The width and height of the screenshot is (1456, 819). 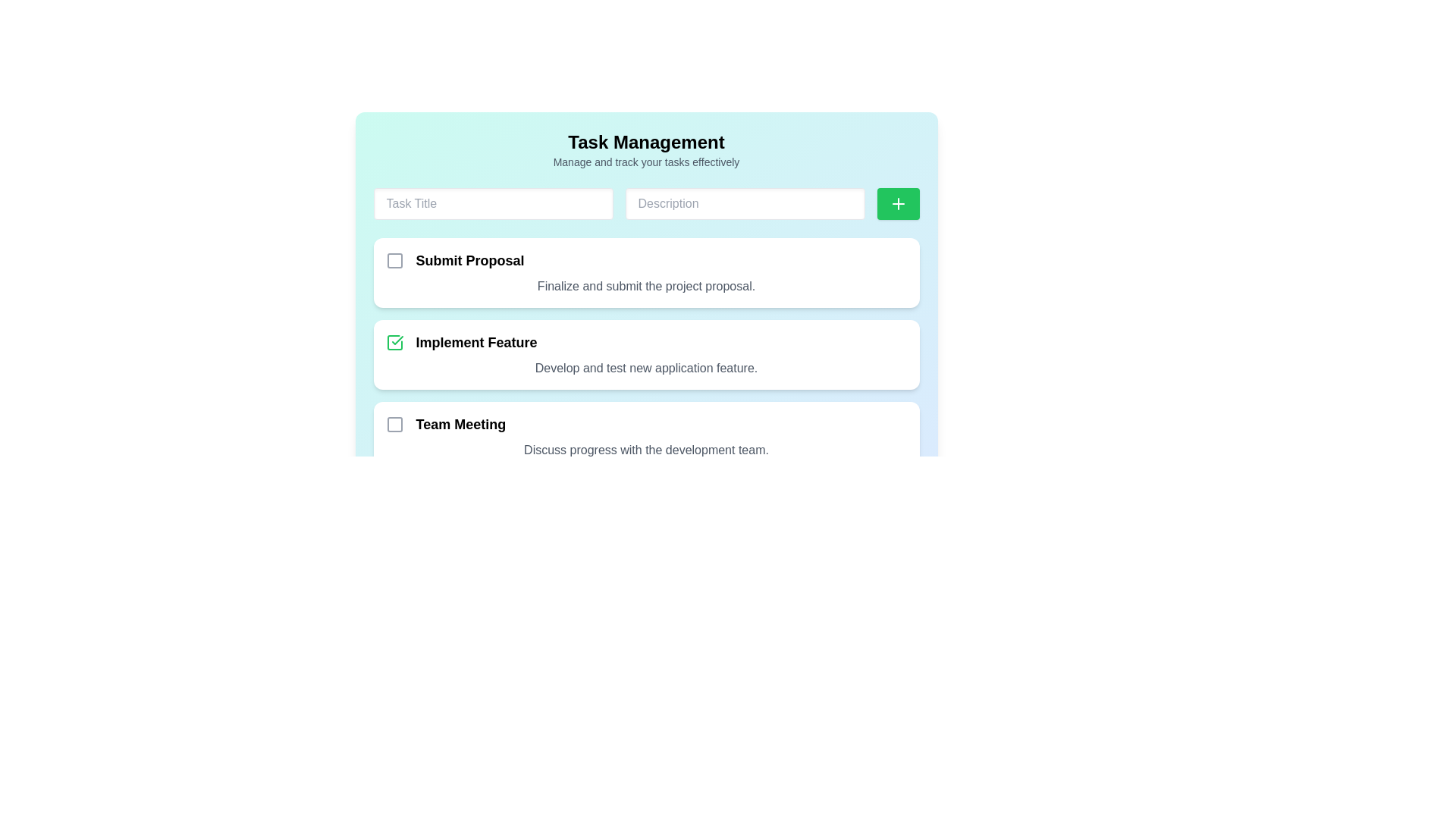 What do you see at coordinates (898, 203) in the screenshot?
I see `the green 'add' button with a white plus icon, located at the rightmost end of the horizontal layout` at bounding box center [898, 203].